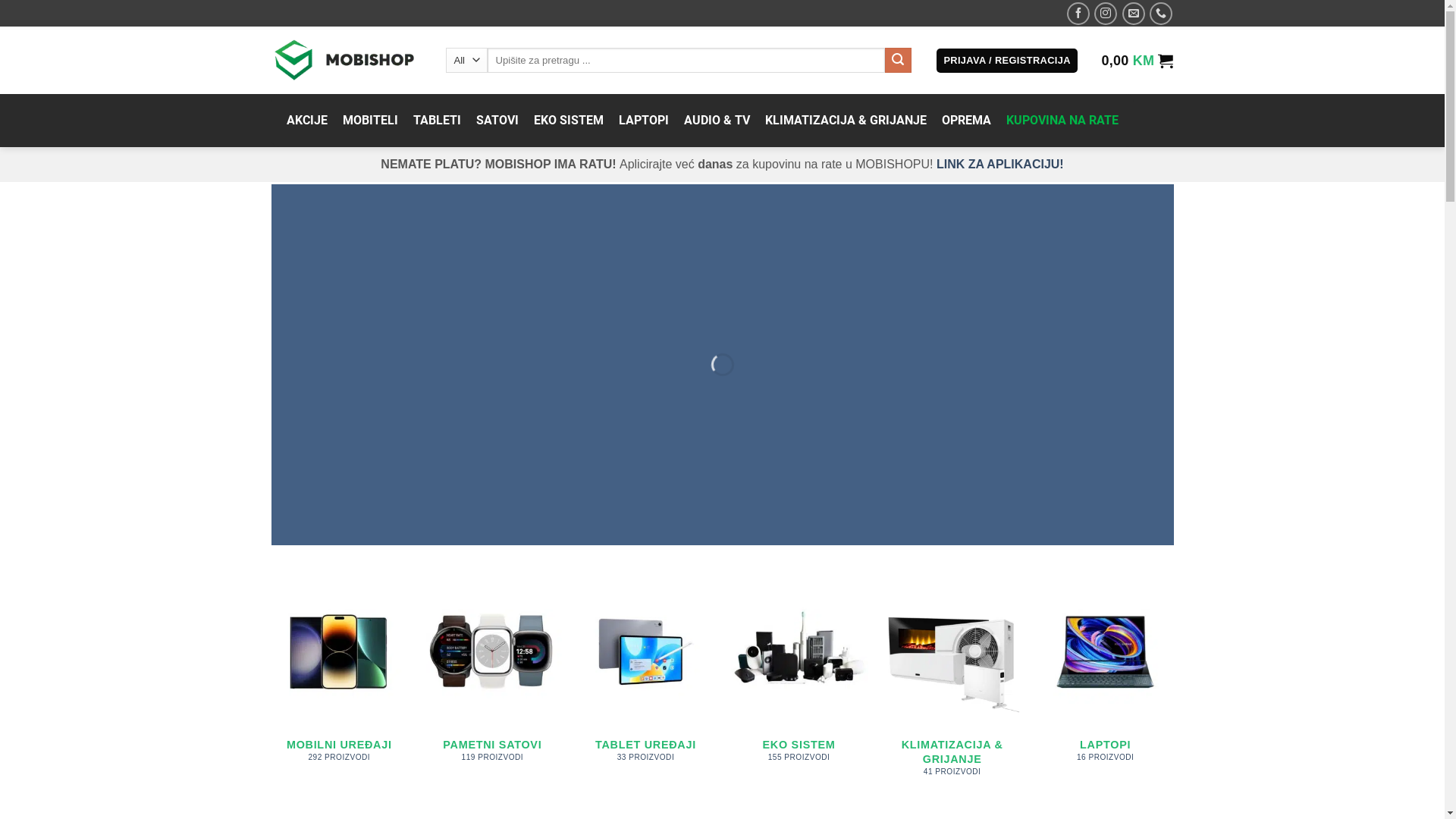 The width and height of the screenshot is (1456, 819). I want to click on 'Follow on Facebook', so click(1077, 12).